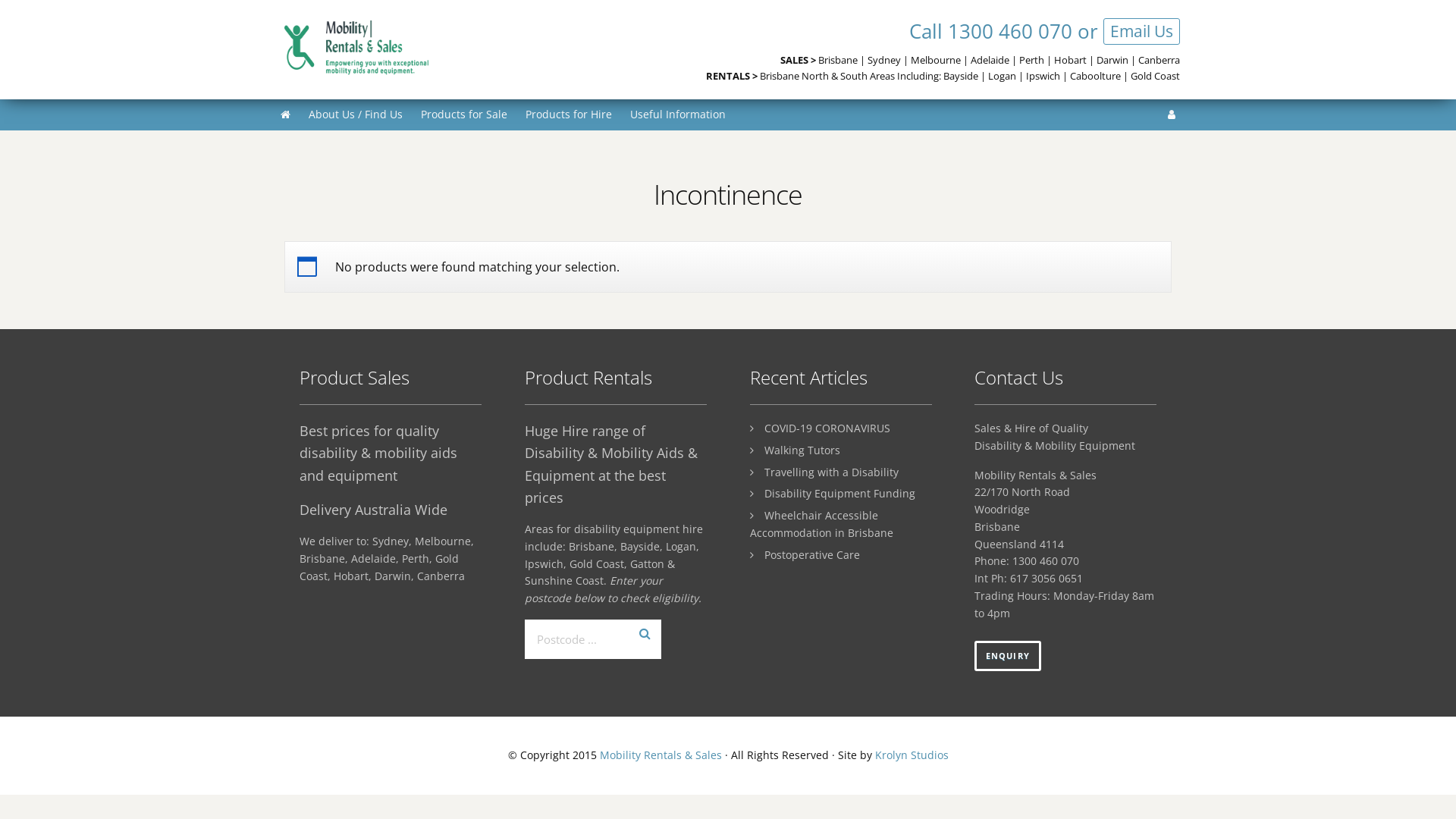  I want to click on 'Login', so click(1171, 113).